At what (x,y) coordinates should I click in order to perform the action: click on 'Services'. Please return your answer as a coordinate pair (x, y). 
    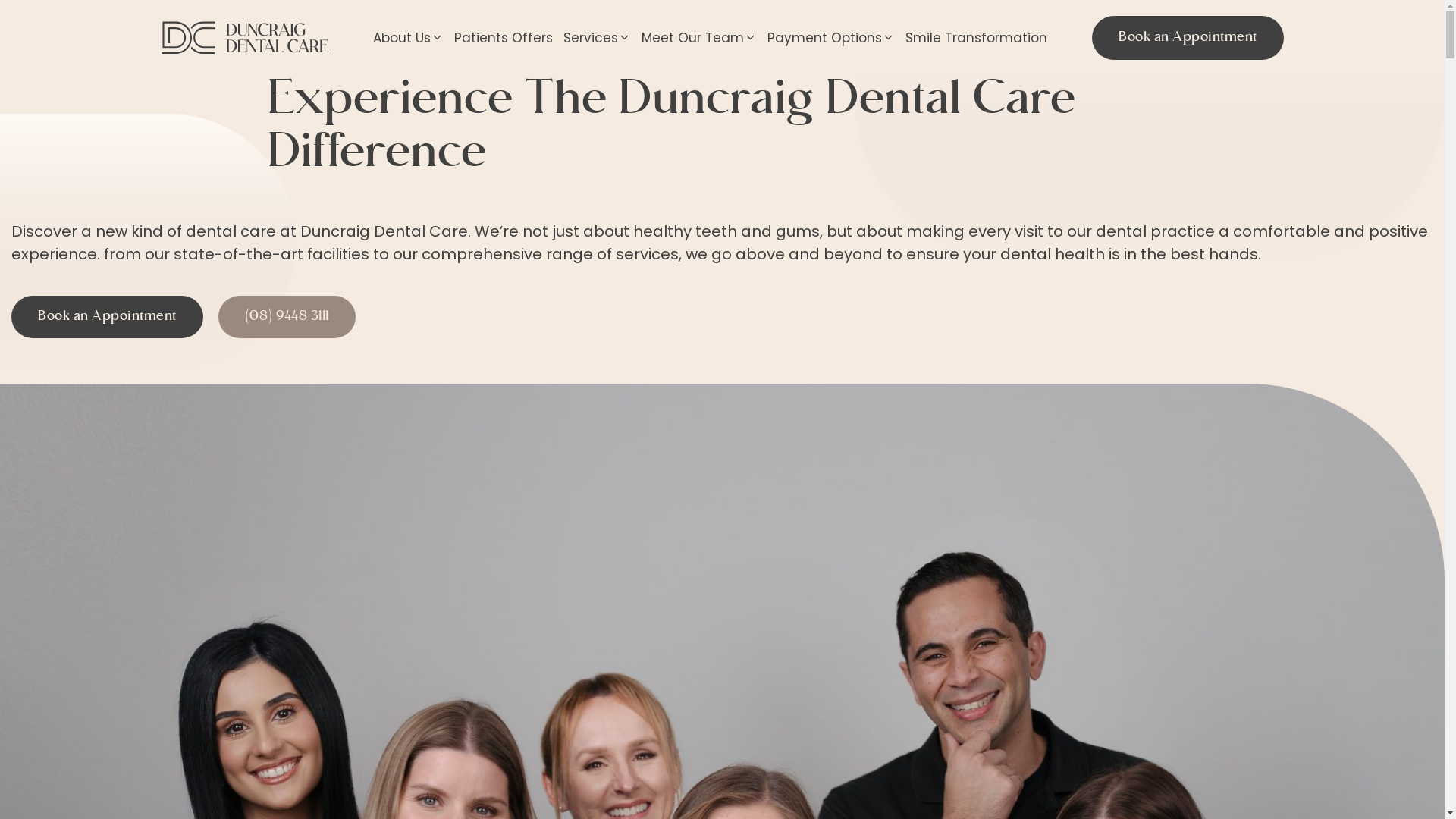
    Looking at the image, I should click on (557, 37).